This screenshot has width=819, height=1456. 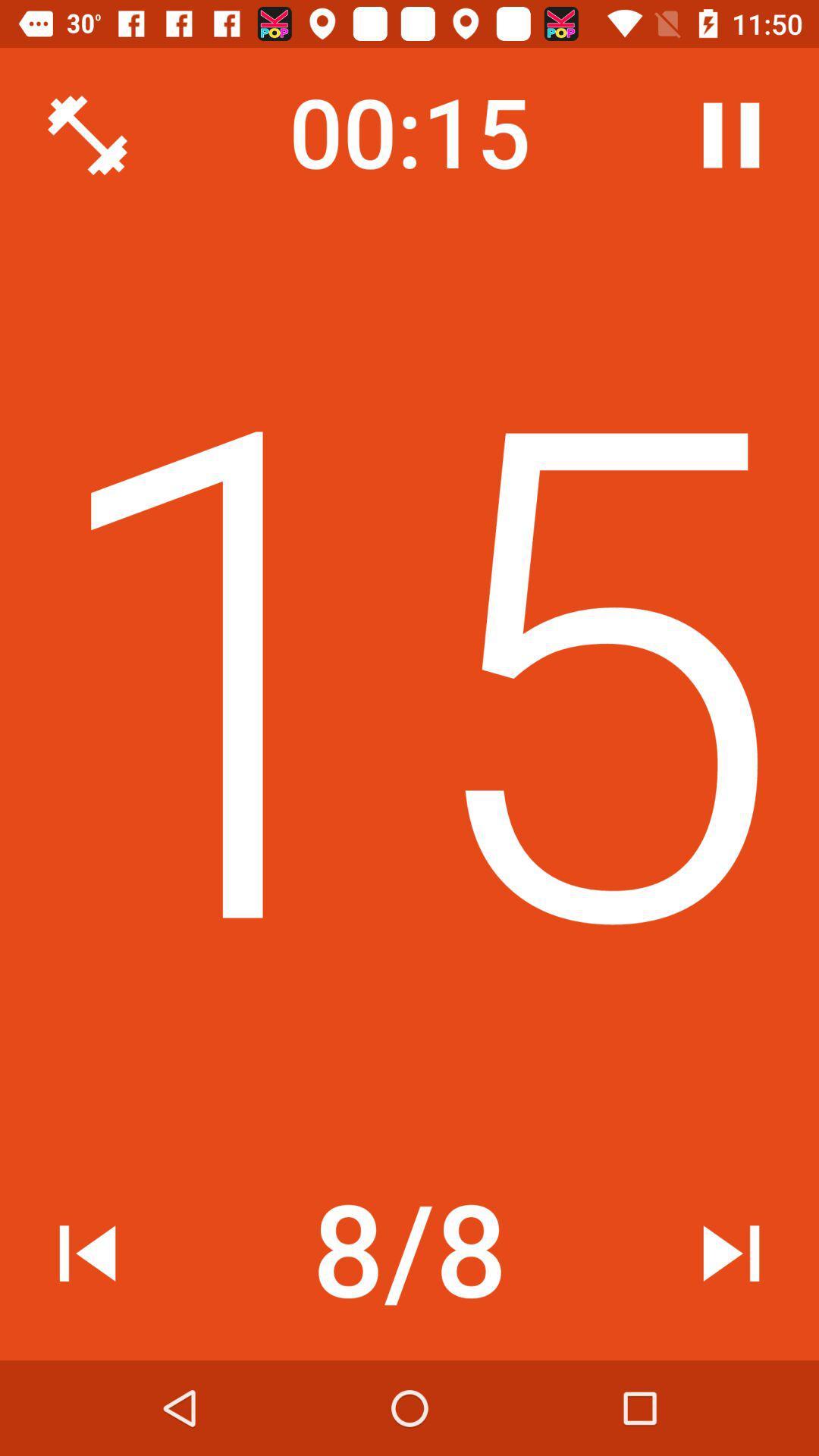 I want to click on the icon next to 00:14 item, so click(x=87, y=135).